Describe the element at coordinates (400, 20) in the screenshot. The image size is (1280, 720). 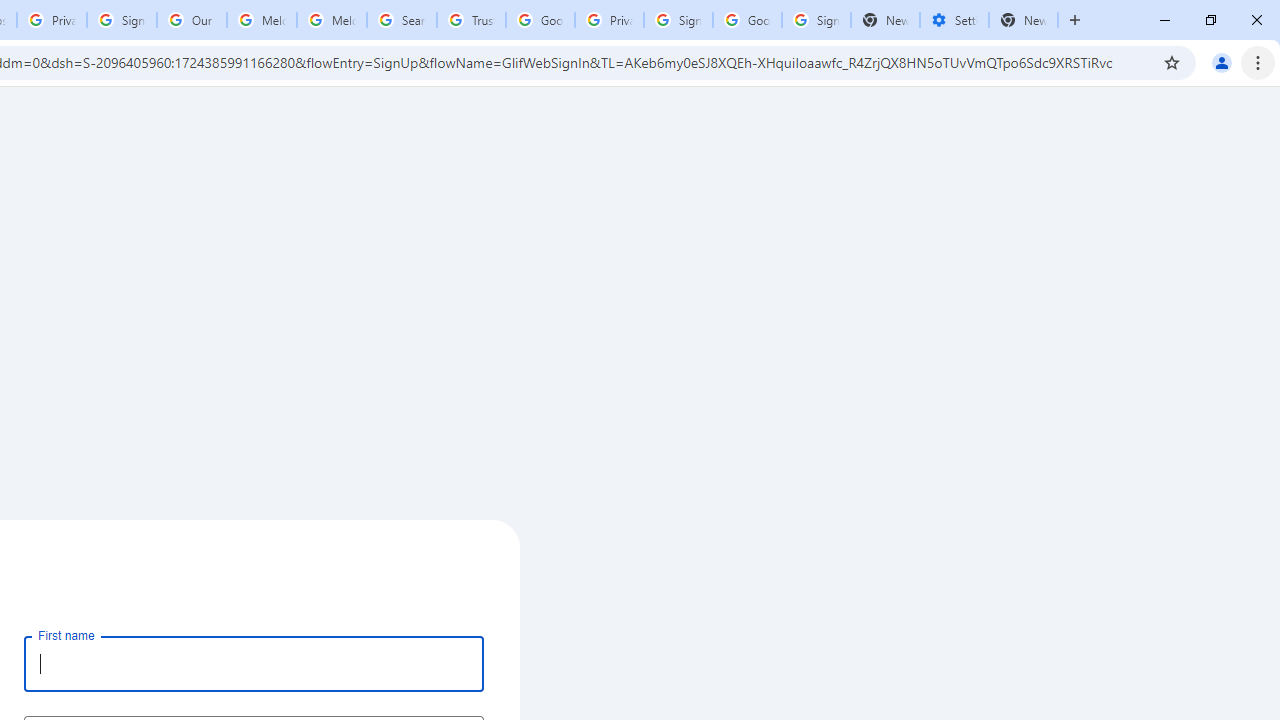
I see `'Search our Doodle Library Collection - Google Doodles'` at that location.